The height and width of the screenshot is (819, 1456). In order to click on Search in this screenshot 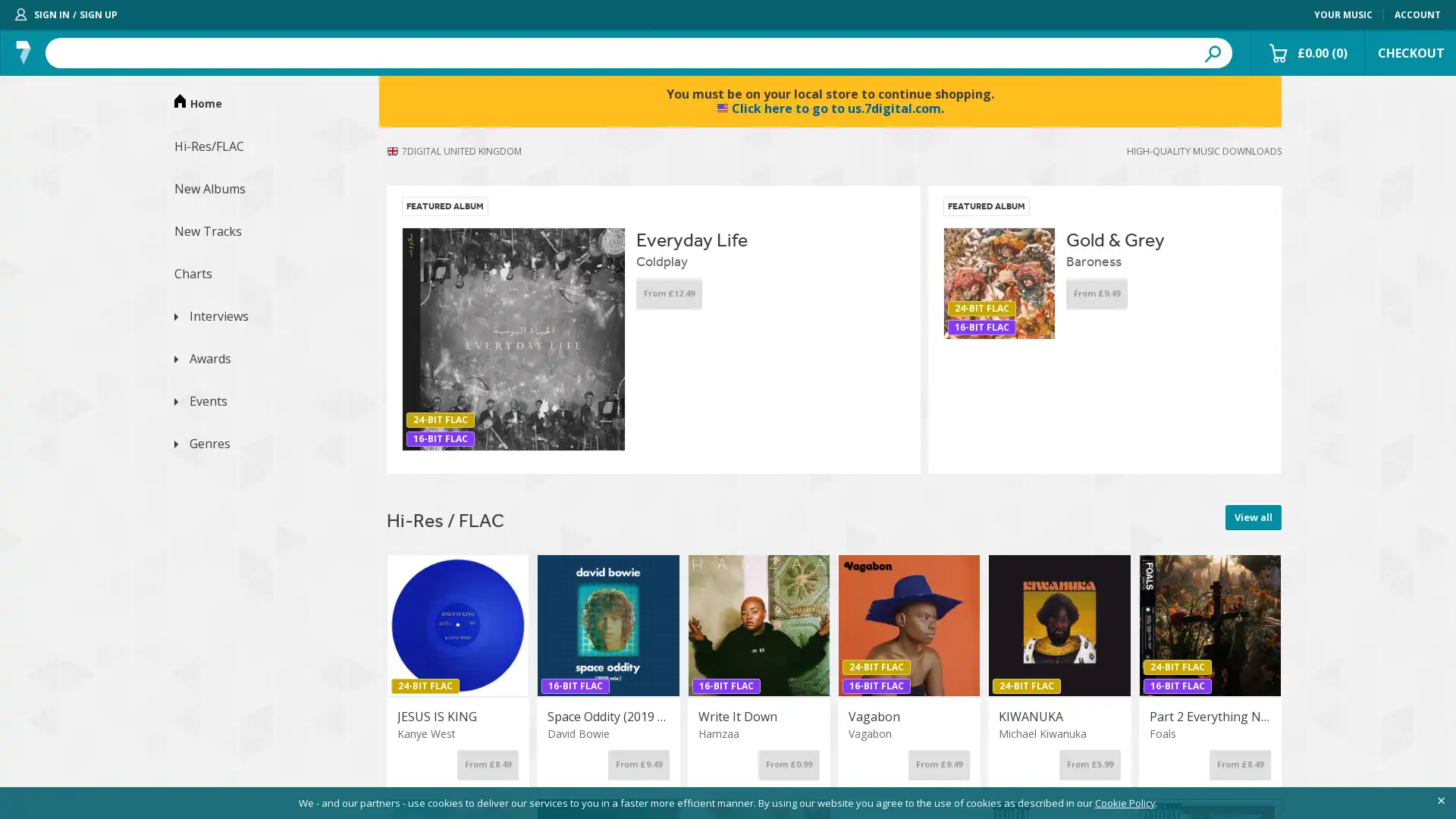, I will do `click(1211, 52)`.